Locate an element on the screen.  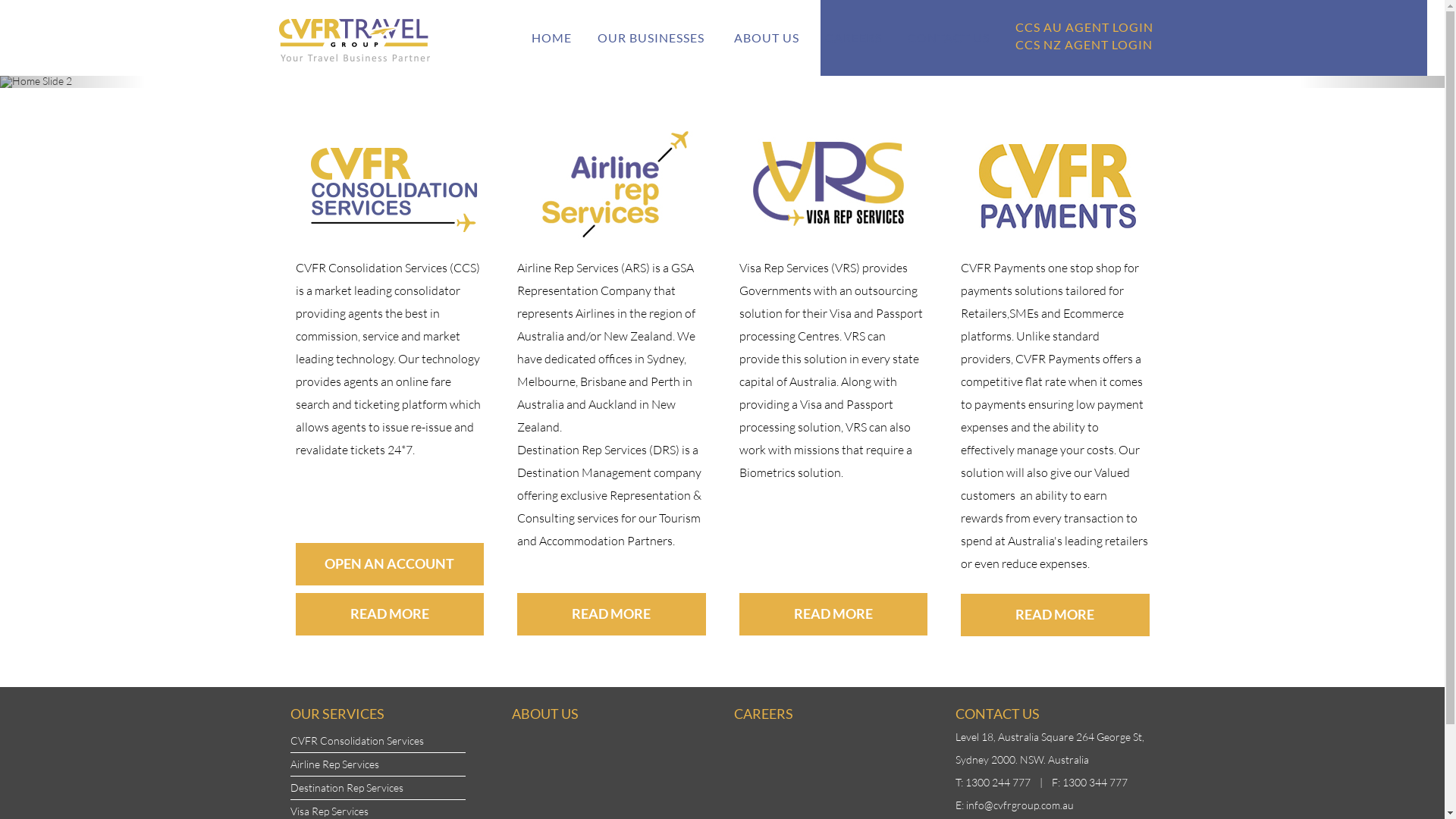
'OUR BUSINESSES' is located at coordinates (651, 37).